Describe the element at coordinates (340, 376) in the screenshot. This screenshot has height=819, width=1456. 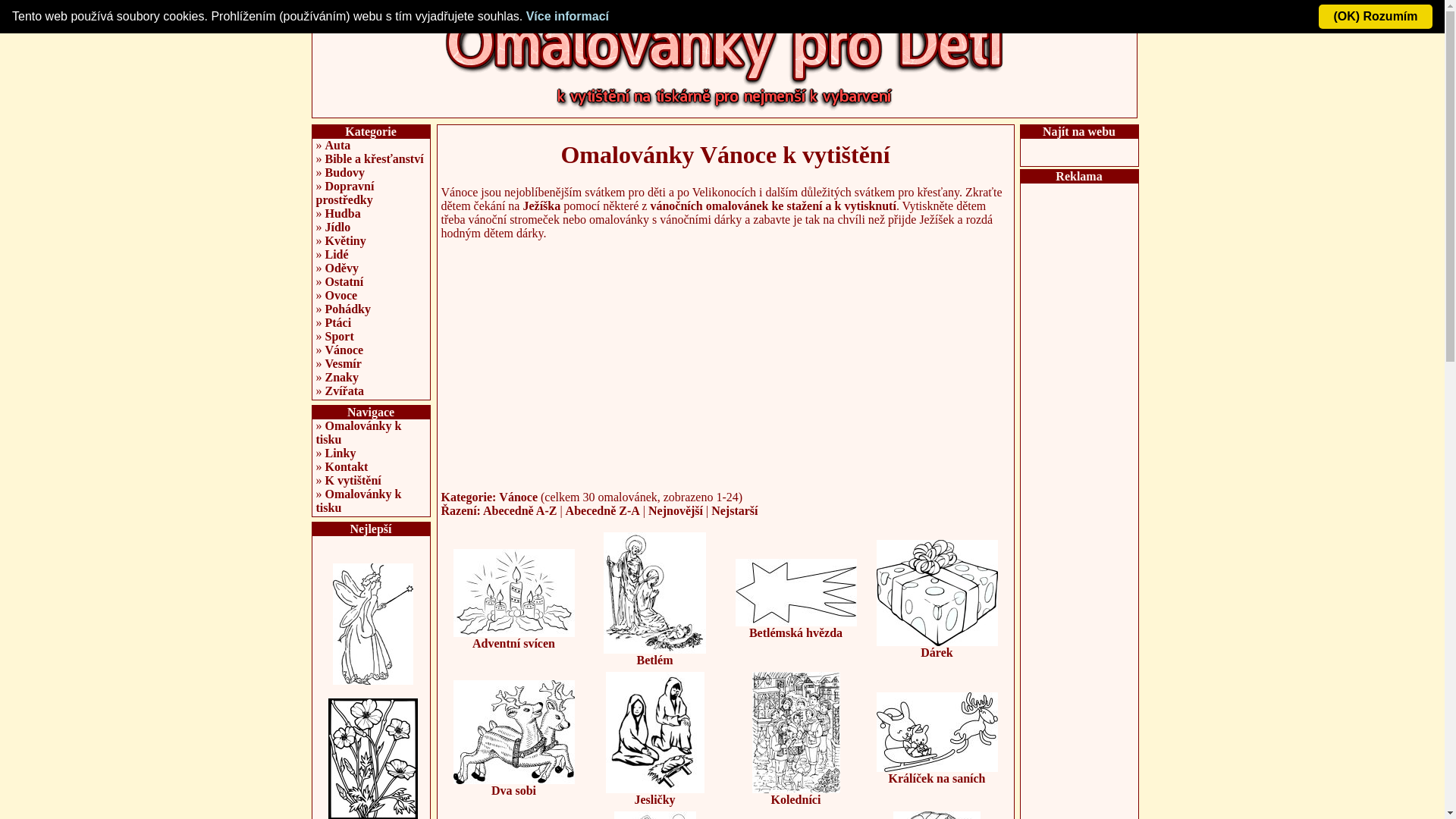
I see `'Znaky'` at that location.